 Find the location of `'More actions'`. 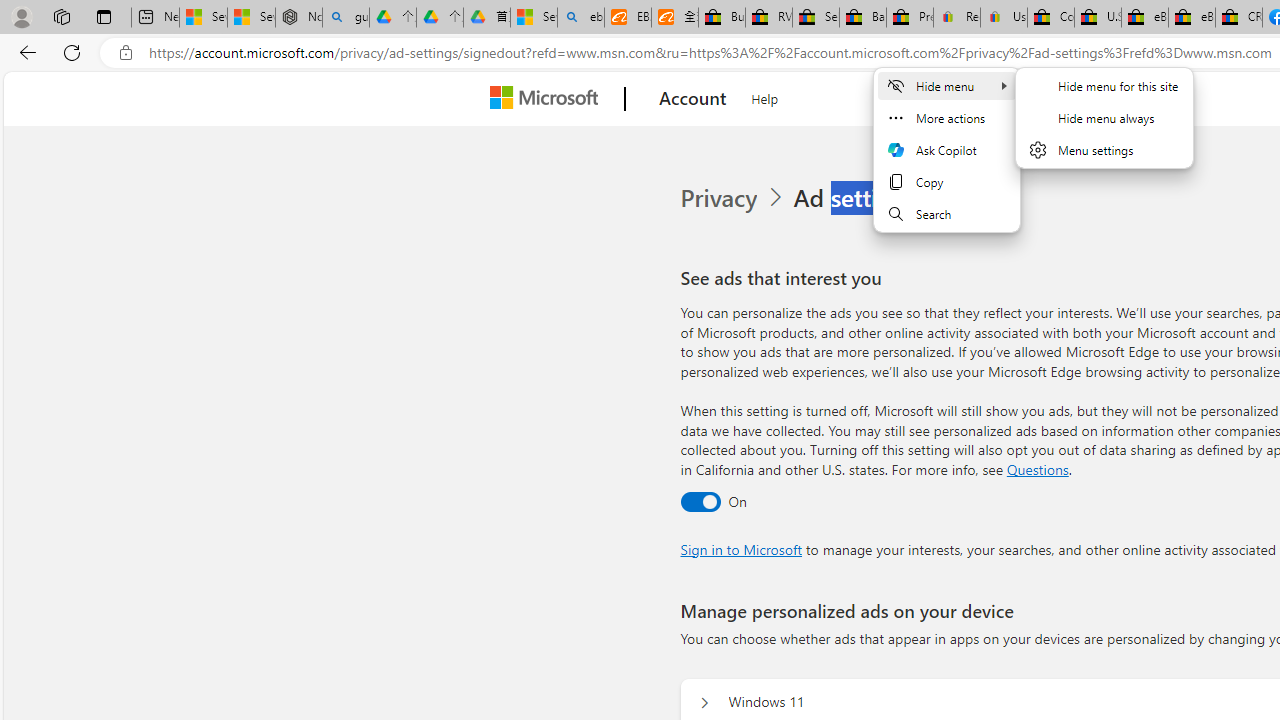

'More actions' is located at coordinates (946, 118).